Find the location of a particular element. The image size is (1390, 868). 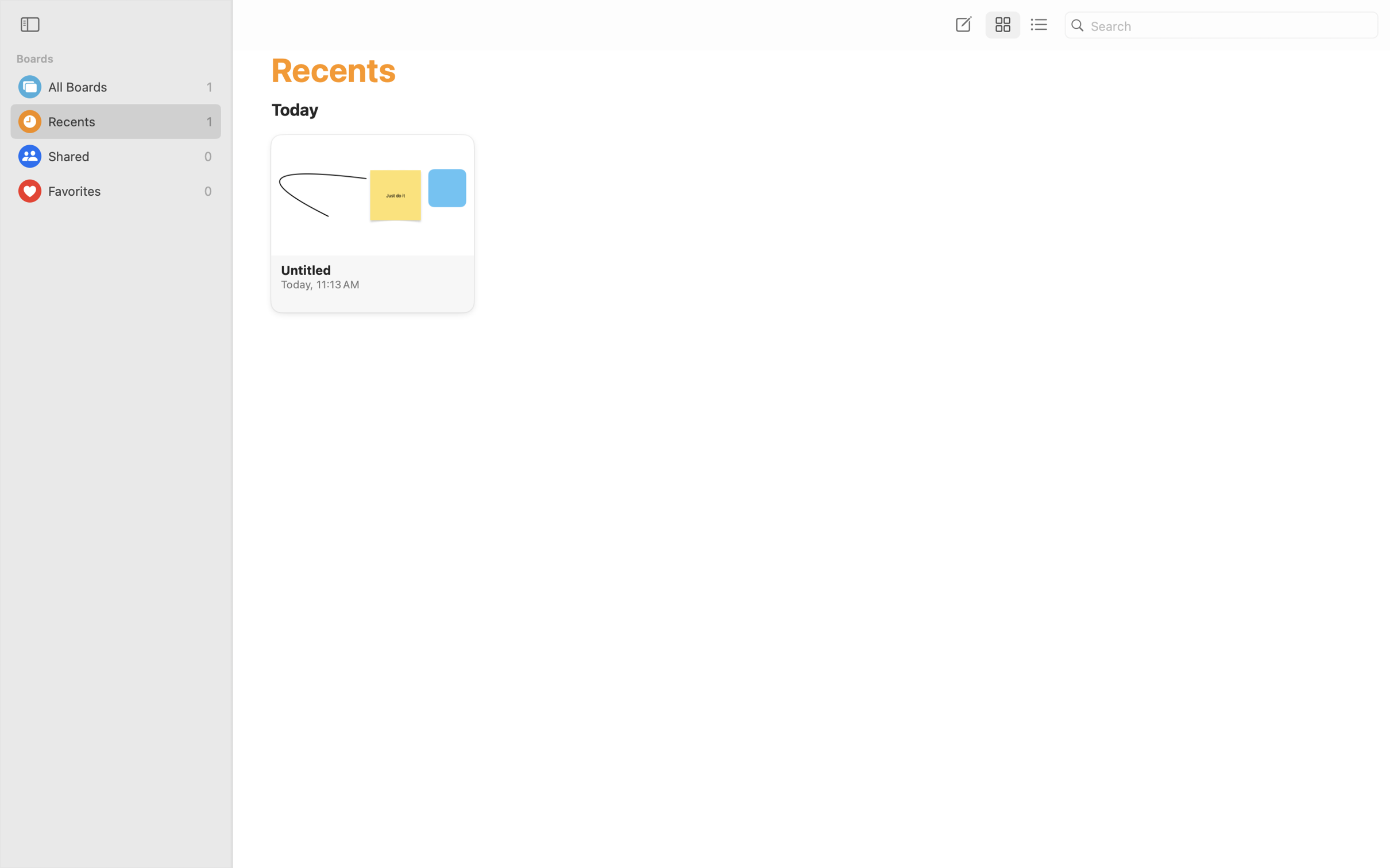

'Recents' is located at coordinates (125, 121).